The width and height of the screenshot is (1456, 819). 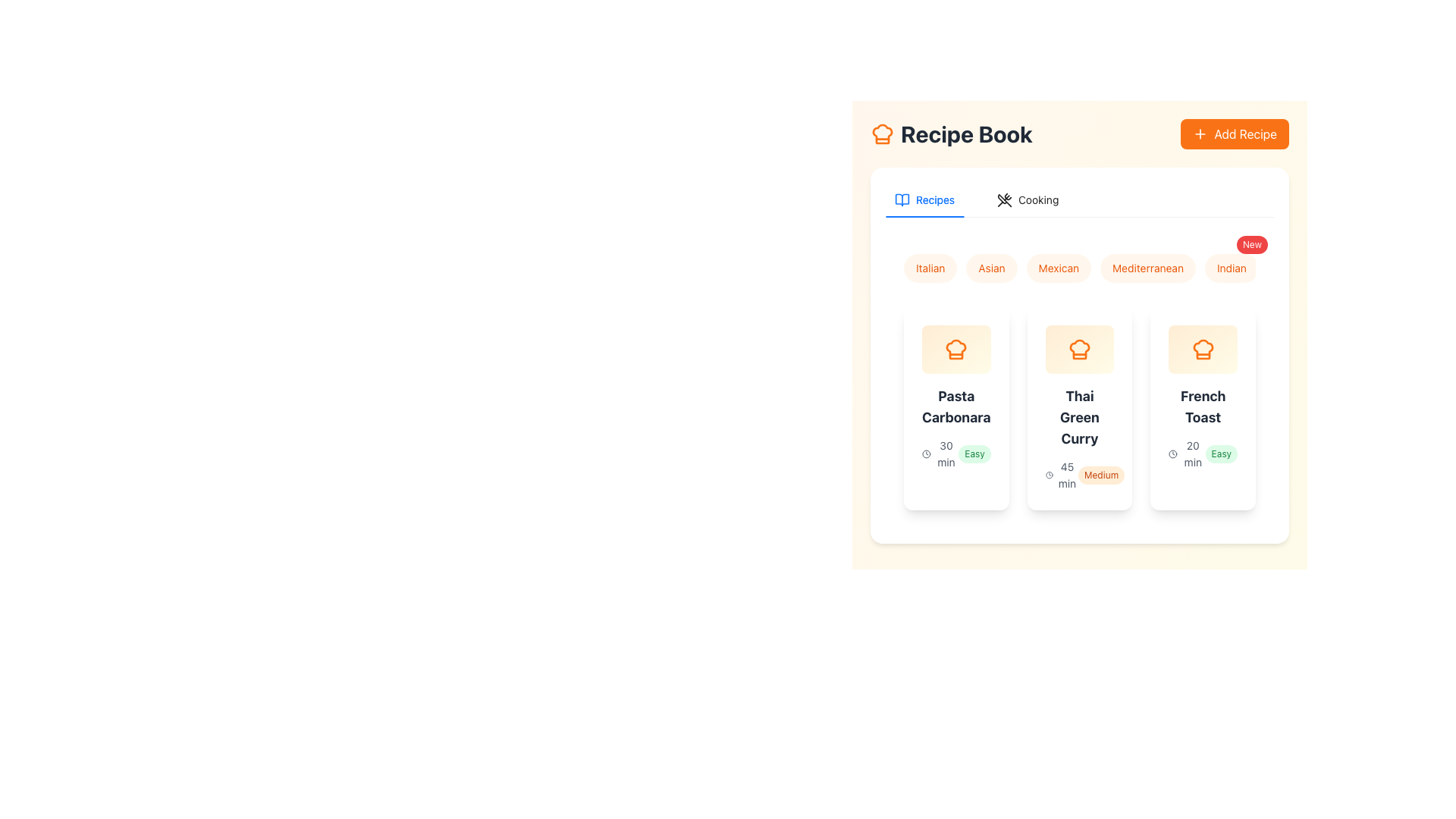 I want to click on the informational display group showing a clock icon, '30 min' text, and a green 'Easy' label located below the title of the recipe 'Pasta Carbonara', so click(x=955, y=453).